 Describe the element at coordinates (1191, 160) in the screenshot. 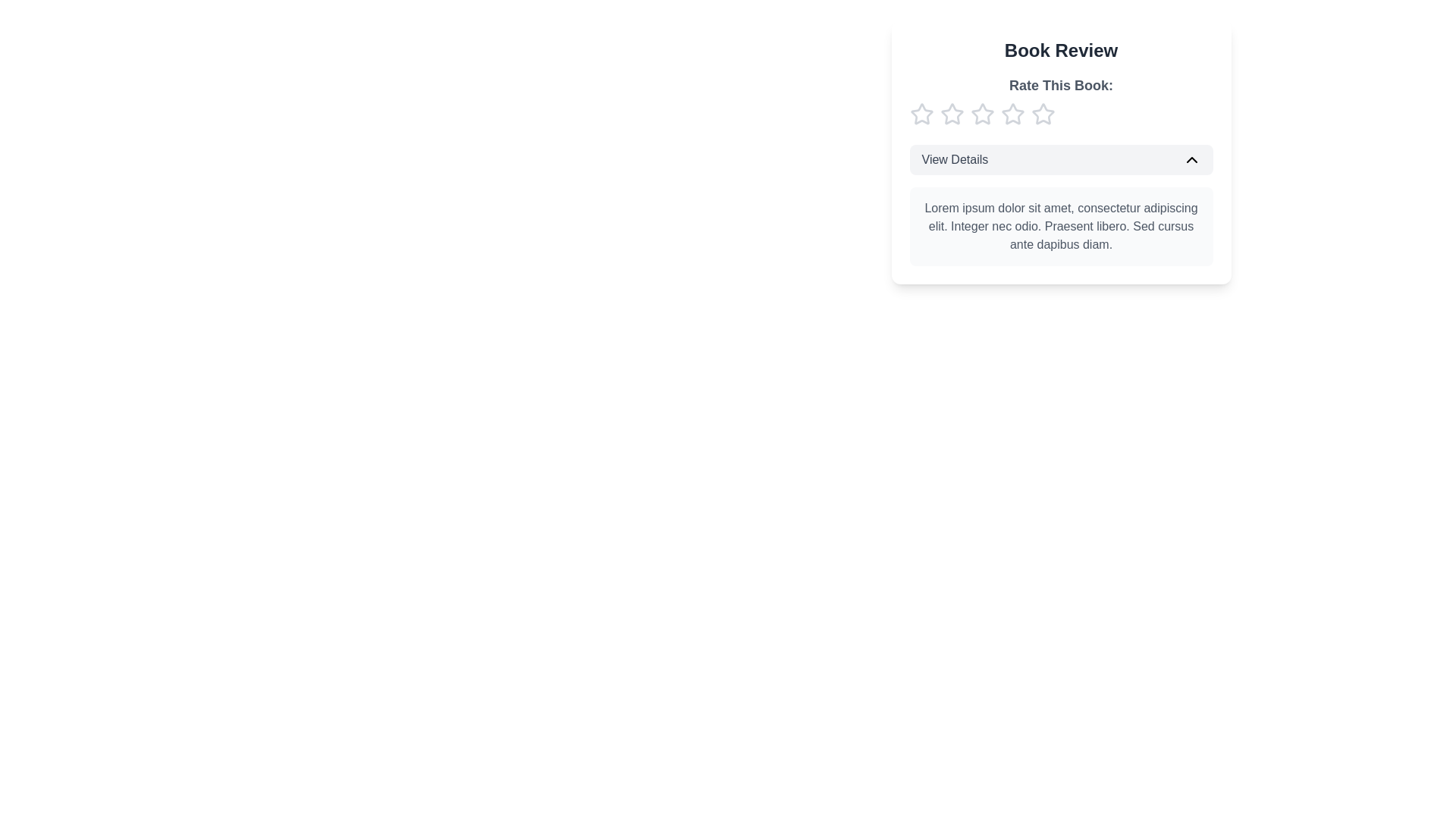

I see `the downward-pointing Chevron icon on the right side of the 'View Details' button` at that location.